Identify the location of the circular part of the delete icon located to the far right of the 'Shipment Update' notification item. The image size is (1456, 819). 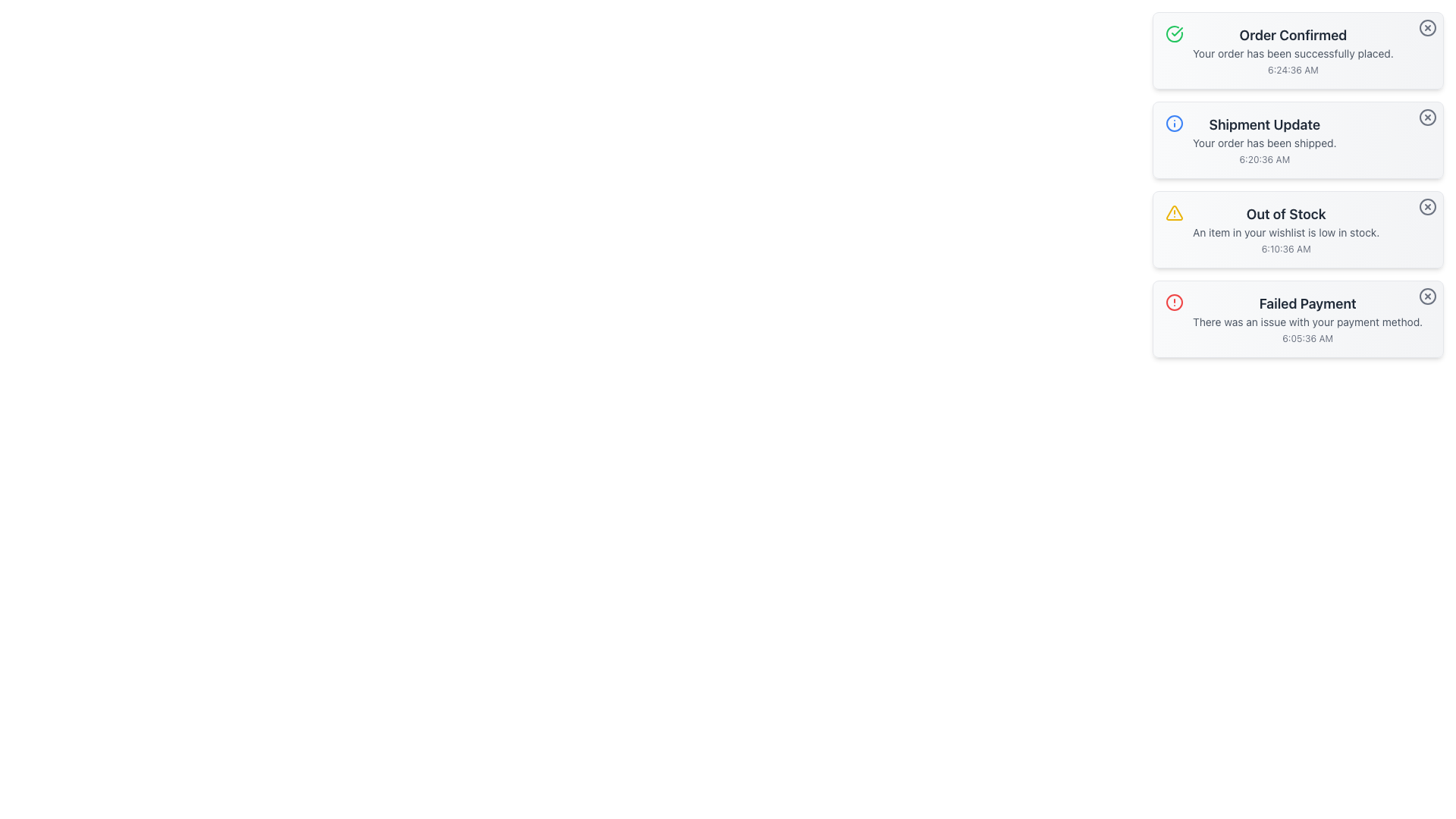
(1426, 116).